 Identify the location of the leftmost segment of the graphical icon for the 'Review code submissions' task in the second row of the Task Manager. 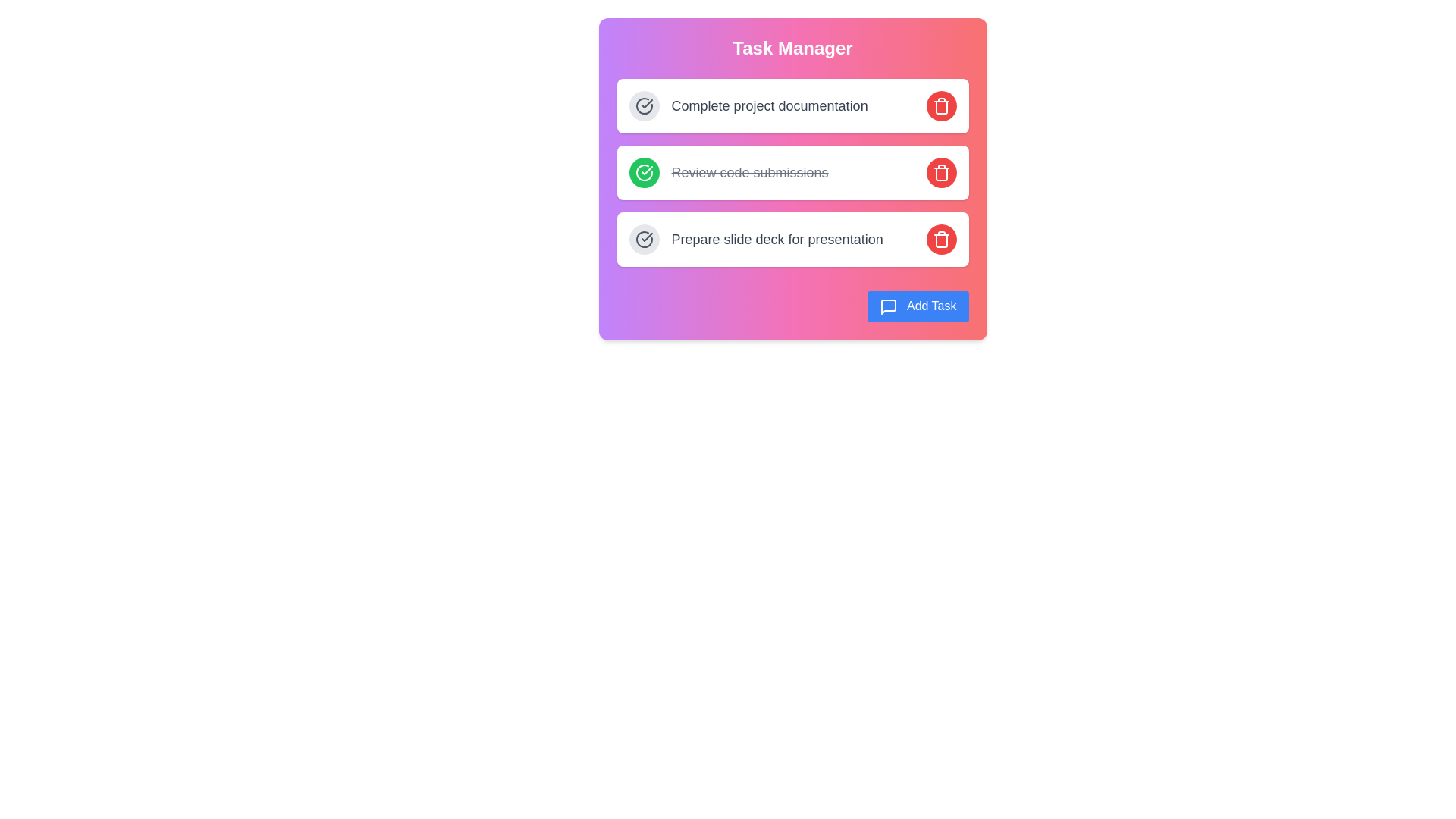
(644, 171).